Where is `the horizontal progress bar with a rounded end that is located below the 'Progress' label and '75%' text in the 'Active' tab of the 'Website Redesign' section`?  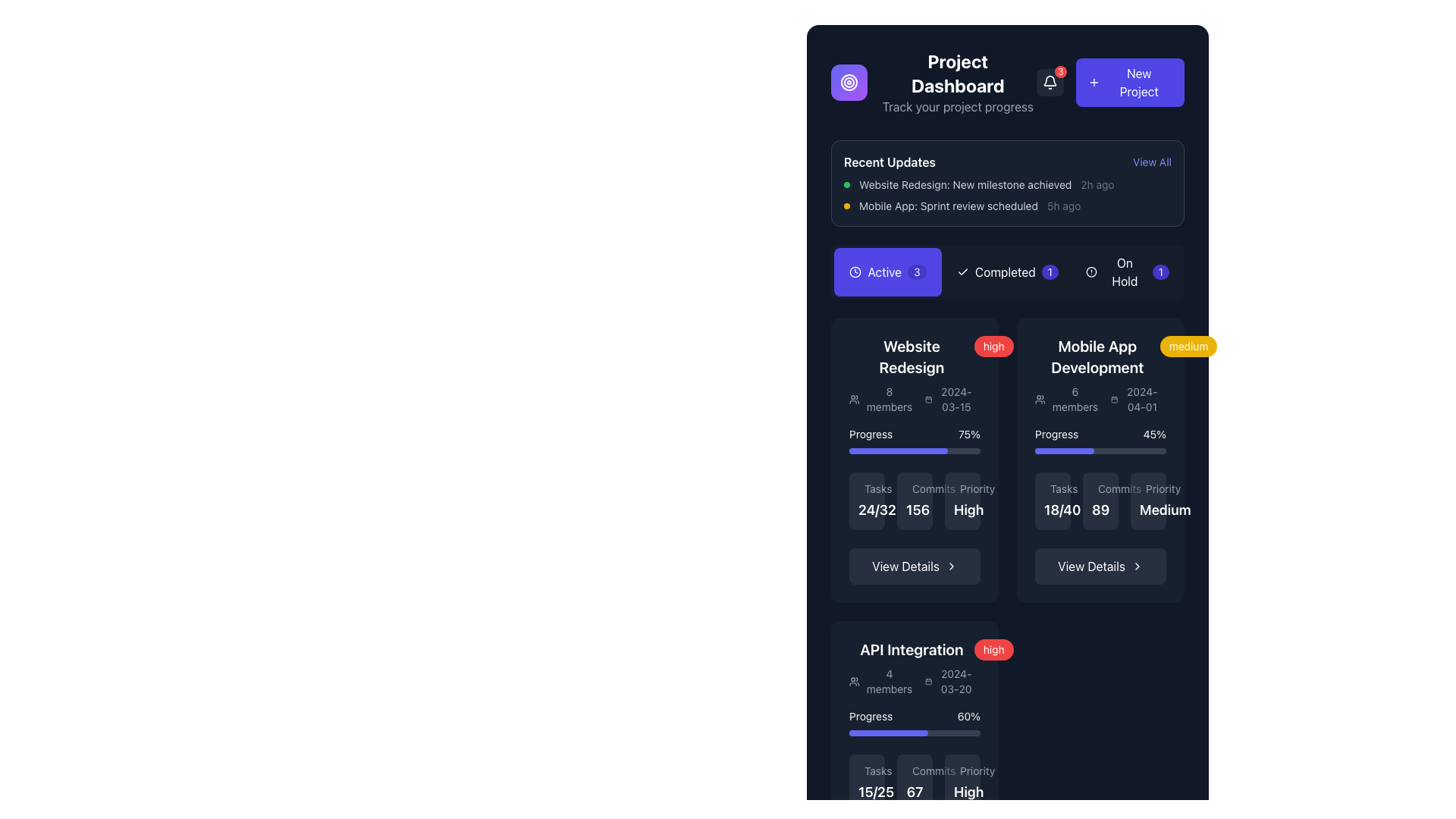 the horizontal progress bar with a rounded end that is located below the 'Progress' label and '75%' text in the 'Active' tab of the 'Website Redesign' section is located at coordinates (914, 450).